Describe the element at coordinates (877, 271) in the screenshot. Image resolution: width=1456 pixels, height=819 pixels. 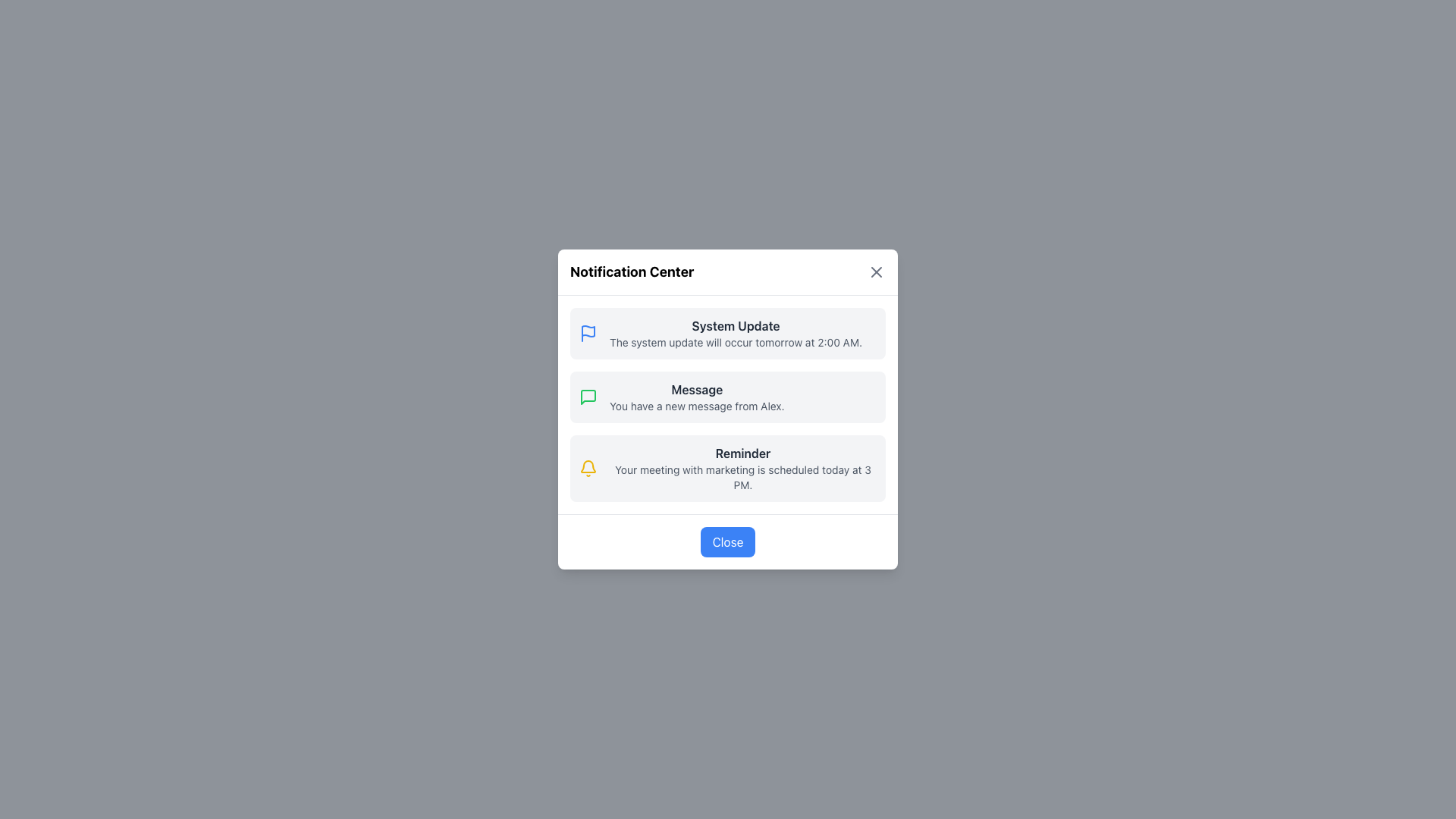
I see `the small square button with a prominent 'X' icon located in the top-right corner of the 'Notification Center' modal` at that location.